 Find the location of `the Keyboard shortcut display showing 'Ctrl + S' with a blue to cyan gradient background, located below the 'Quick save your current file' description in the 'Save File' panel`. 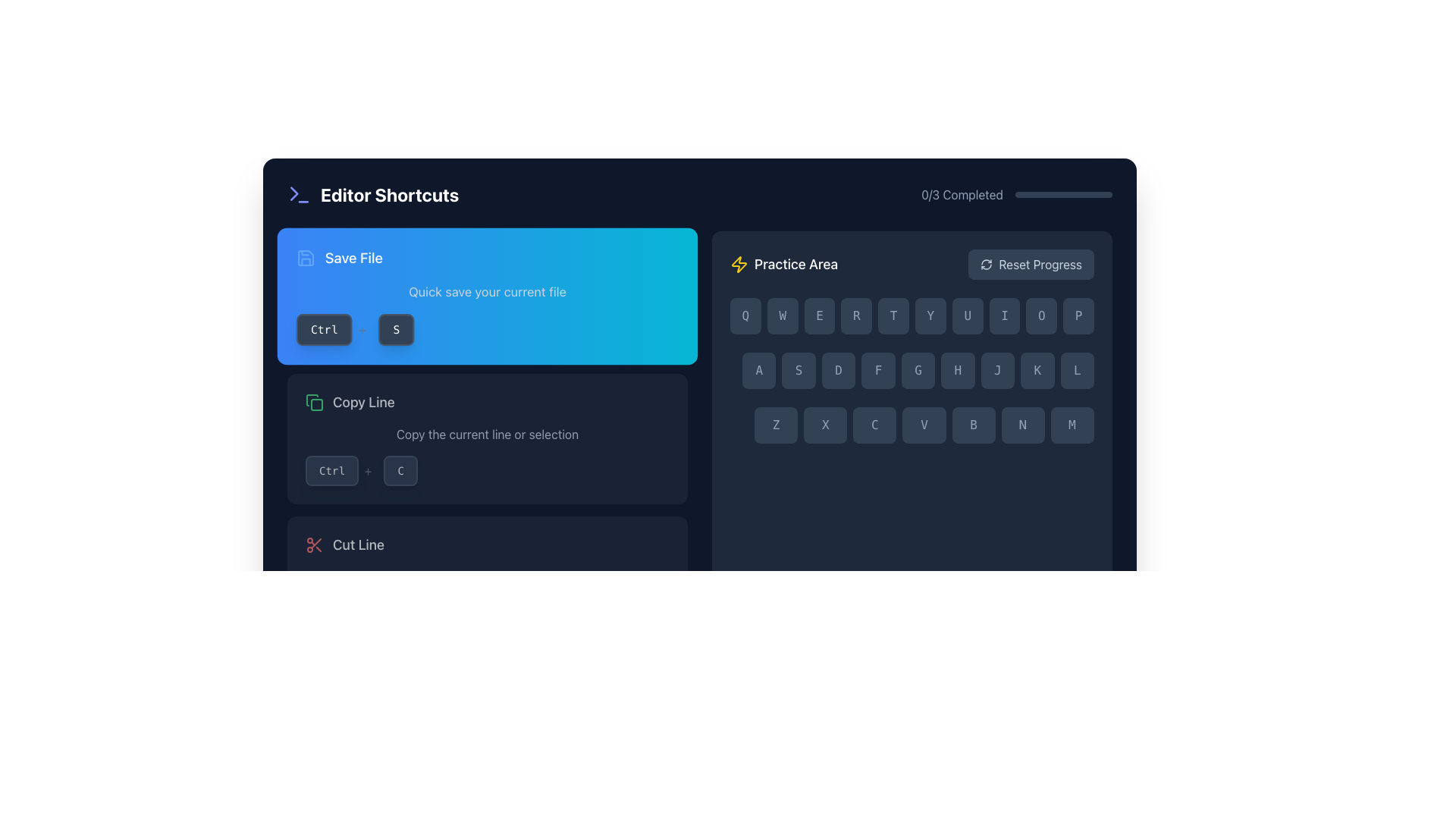

the Keyboard shortcut display showing 'Ctrl + S' with a blue to cyan gradient background, located below the 'Quick save your current file' description in the 'Save File' panel is located at coordinates (488, 329).